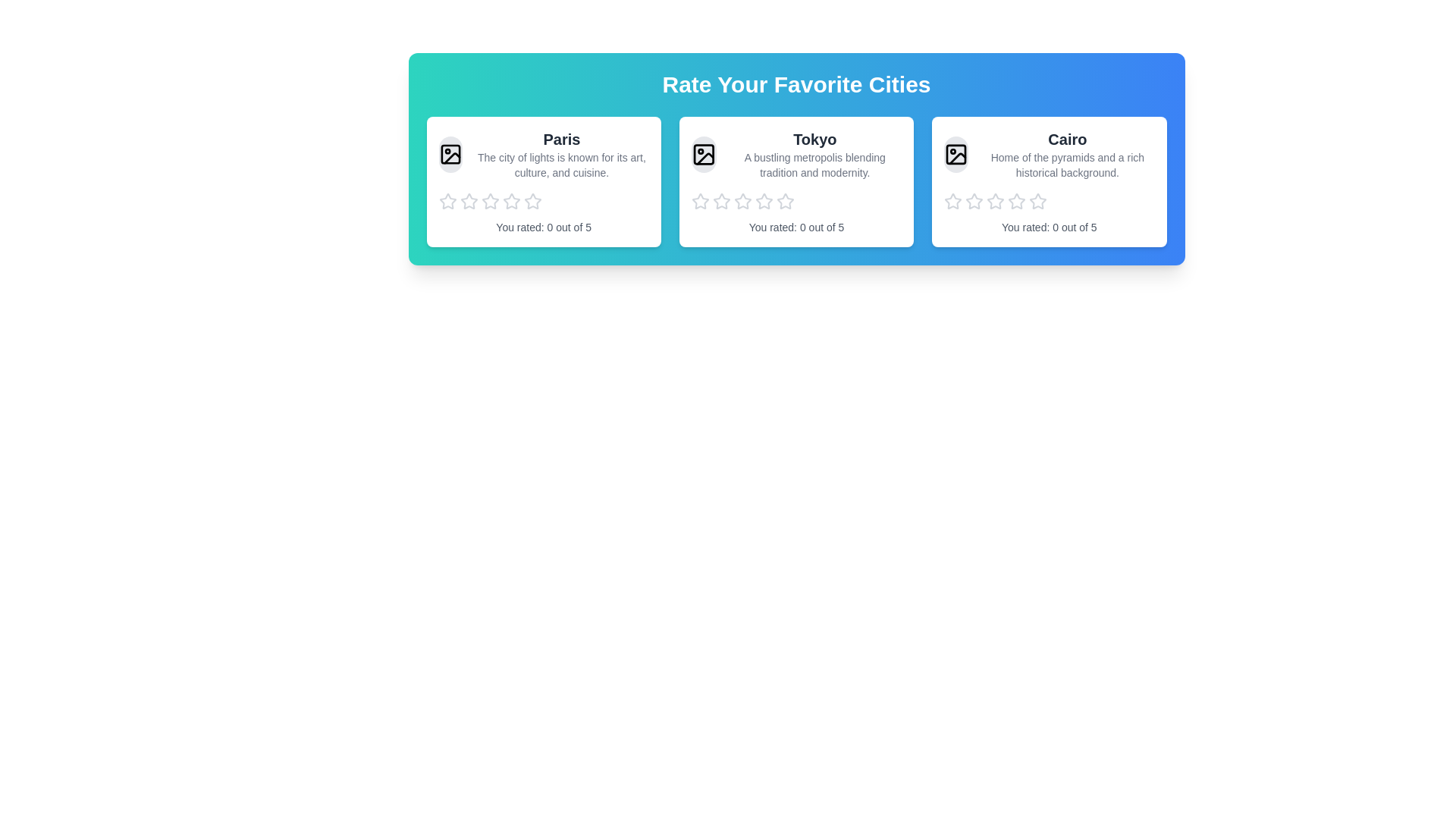 This screenshot has width=1456, height=819. I want to click on the fifth star icon in the rating row below the card labeled 'Tokyo' to provide a five-star rating, so click(785, 201).